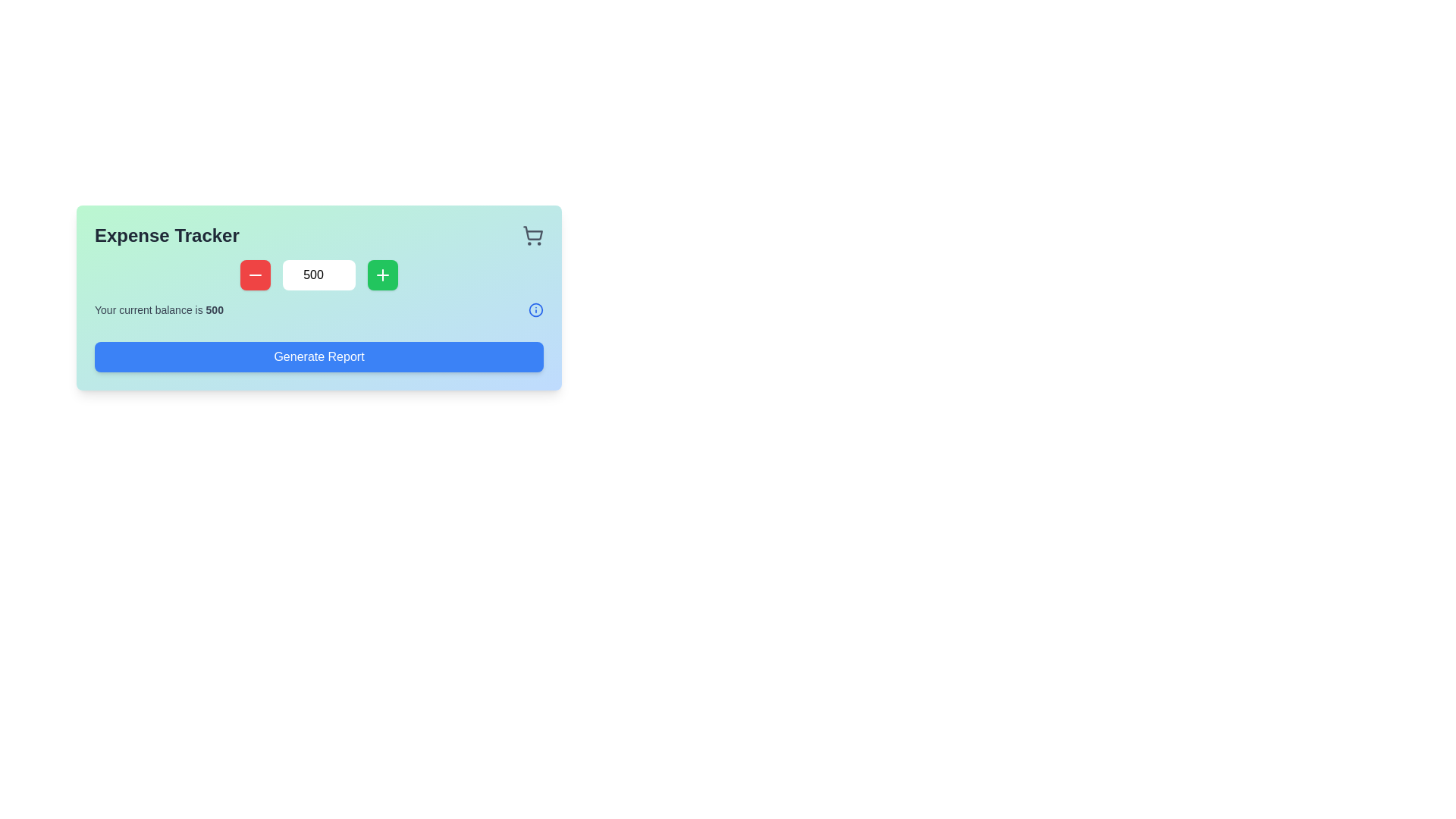 This screenshot has width=1456, height=819. I want to click on the green square button with a white plus sign at its center, so click(382, 275).